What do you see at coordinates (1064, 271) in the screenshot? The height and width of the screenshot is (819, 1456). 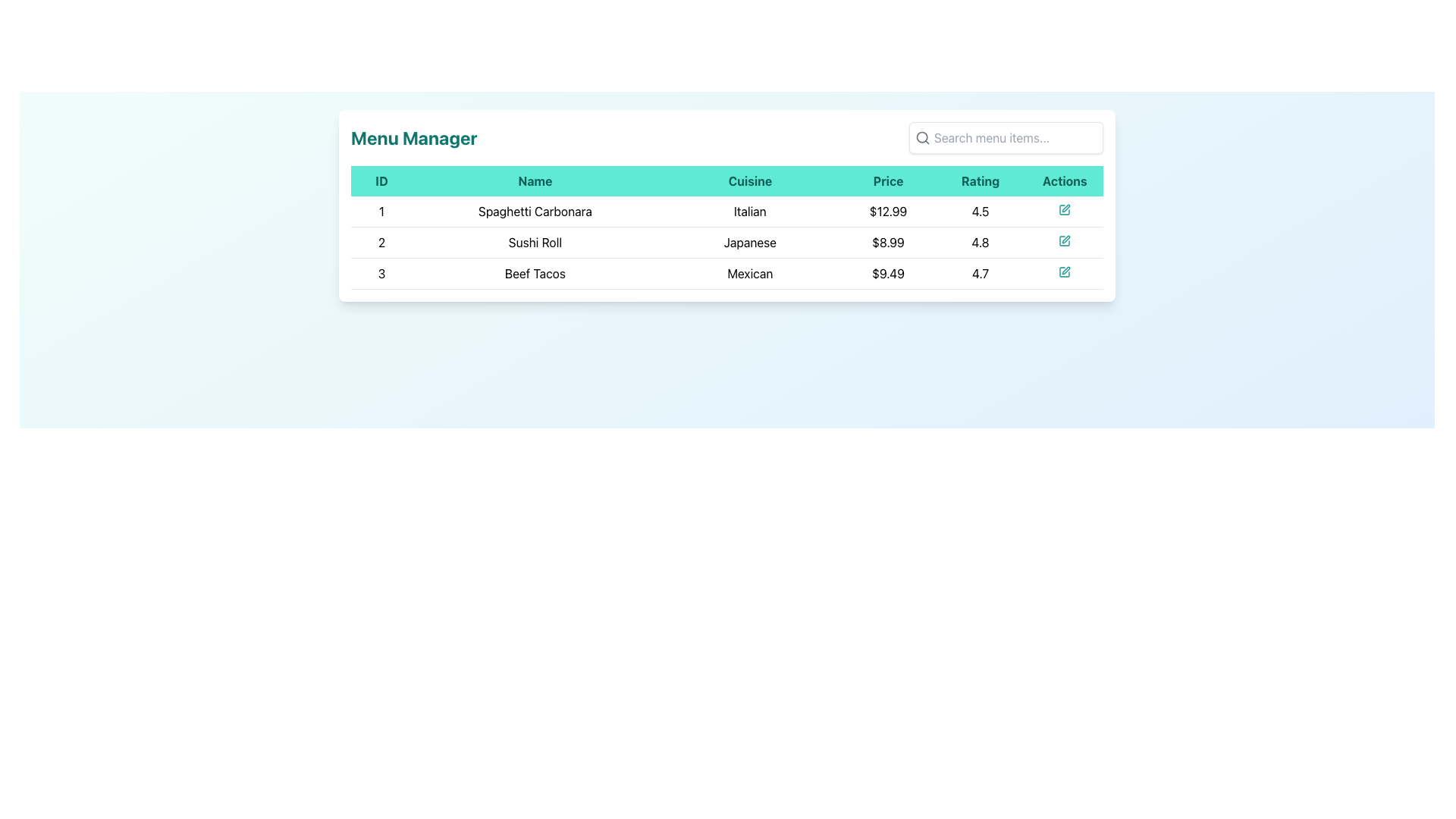 I see `the teal pen icon button located in the 'Actions' column of the third row in the table` at bounding box center [1064, 271].